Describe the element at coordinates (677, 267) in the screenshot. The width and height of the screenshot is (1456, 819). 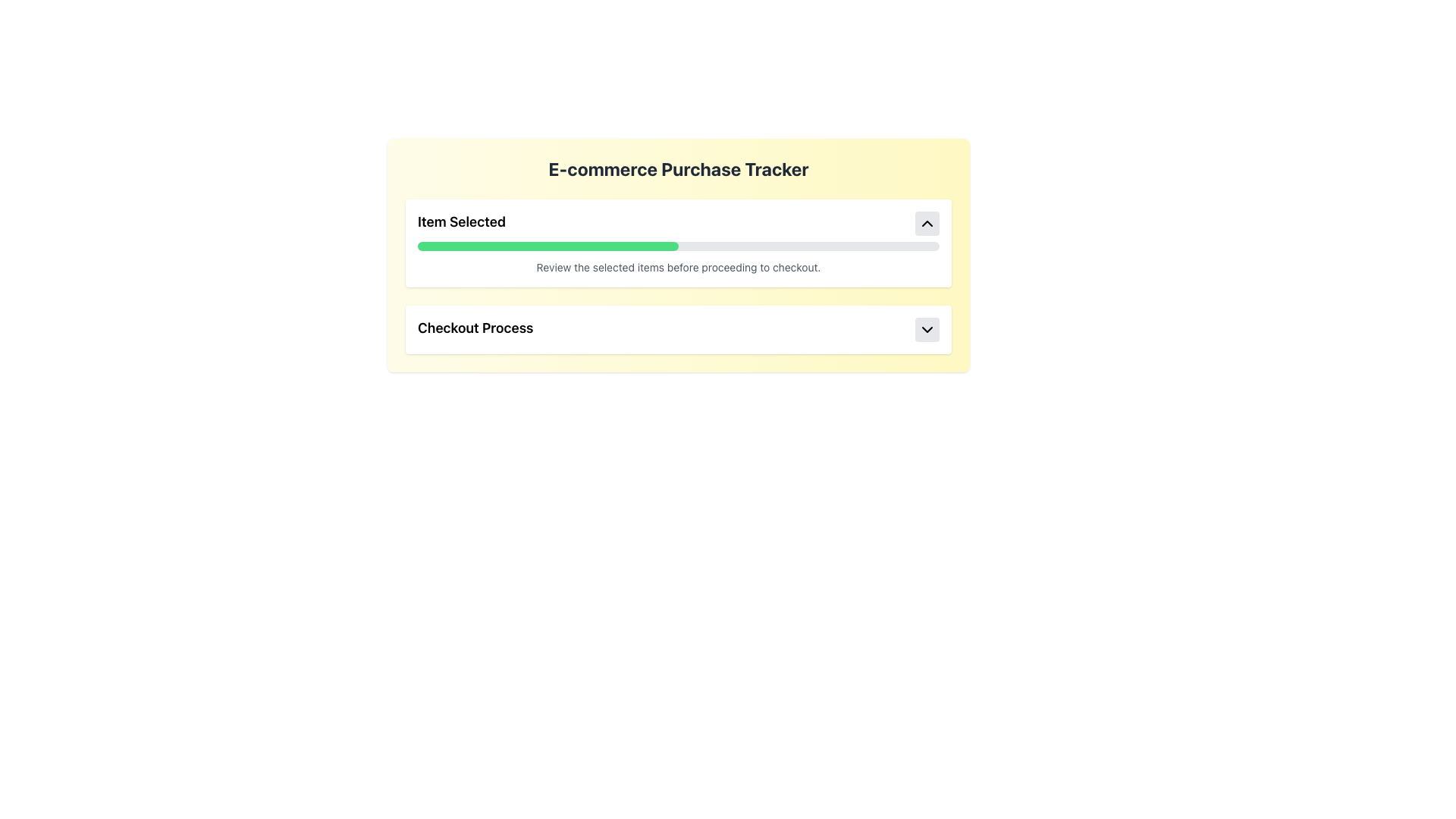
I see `the Static Text Label that conveys information about reviewing selected items before proceeding to checkout, located below the 'Item Selected' progress bar and above the 'Checkout Process' section` at that location.